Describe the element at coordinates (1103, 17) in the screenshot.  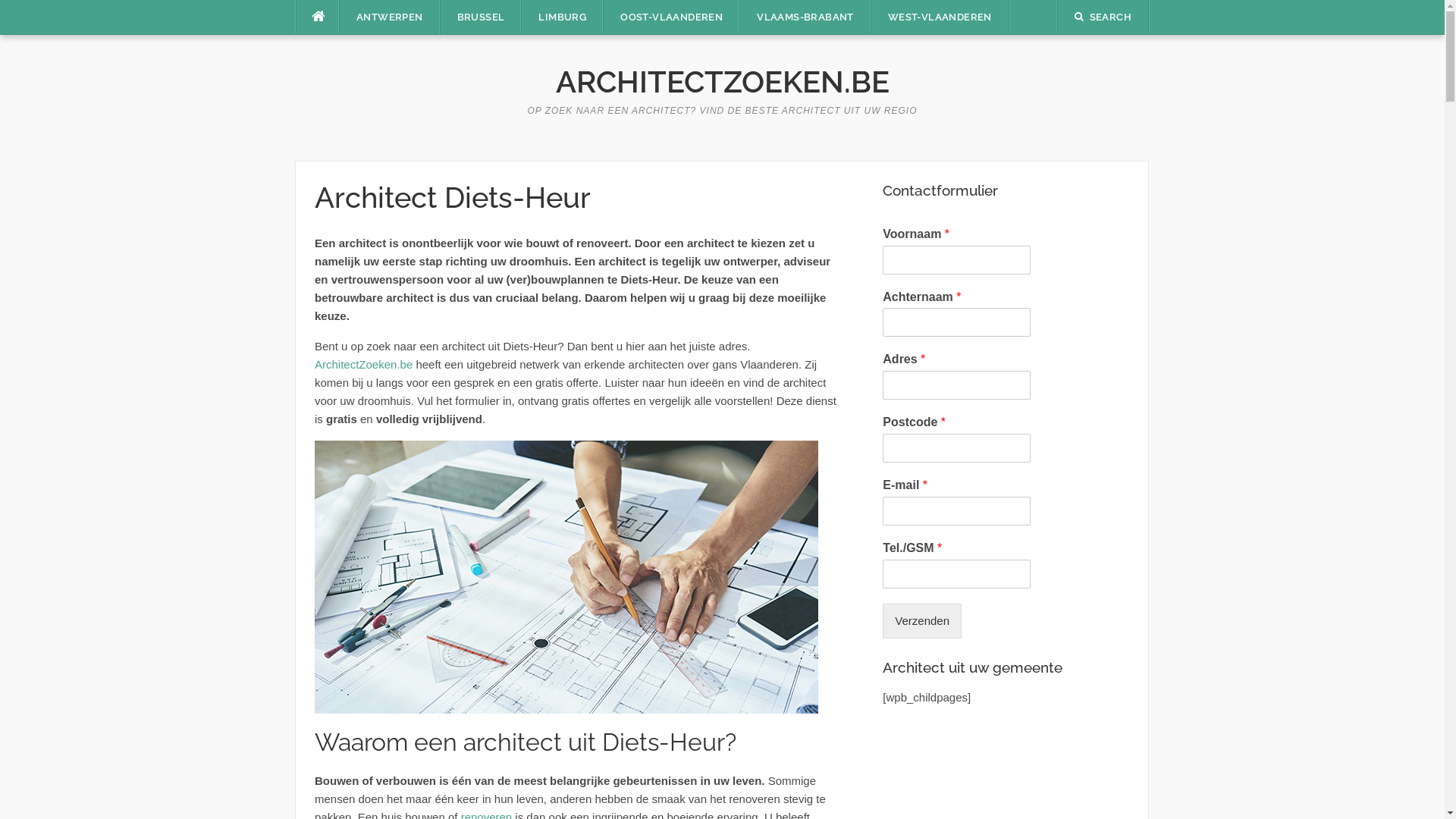
I see `'SEARCH'` at that location.